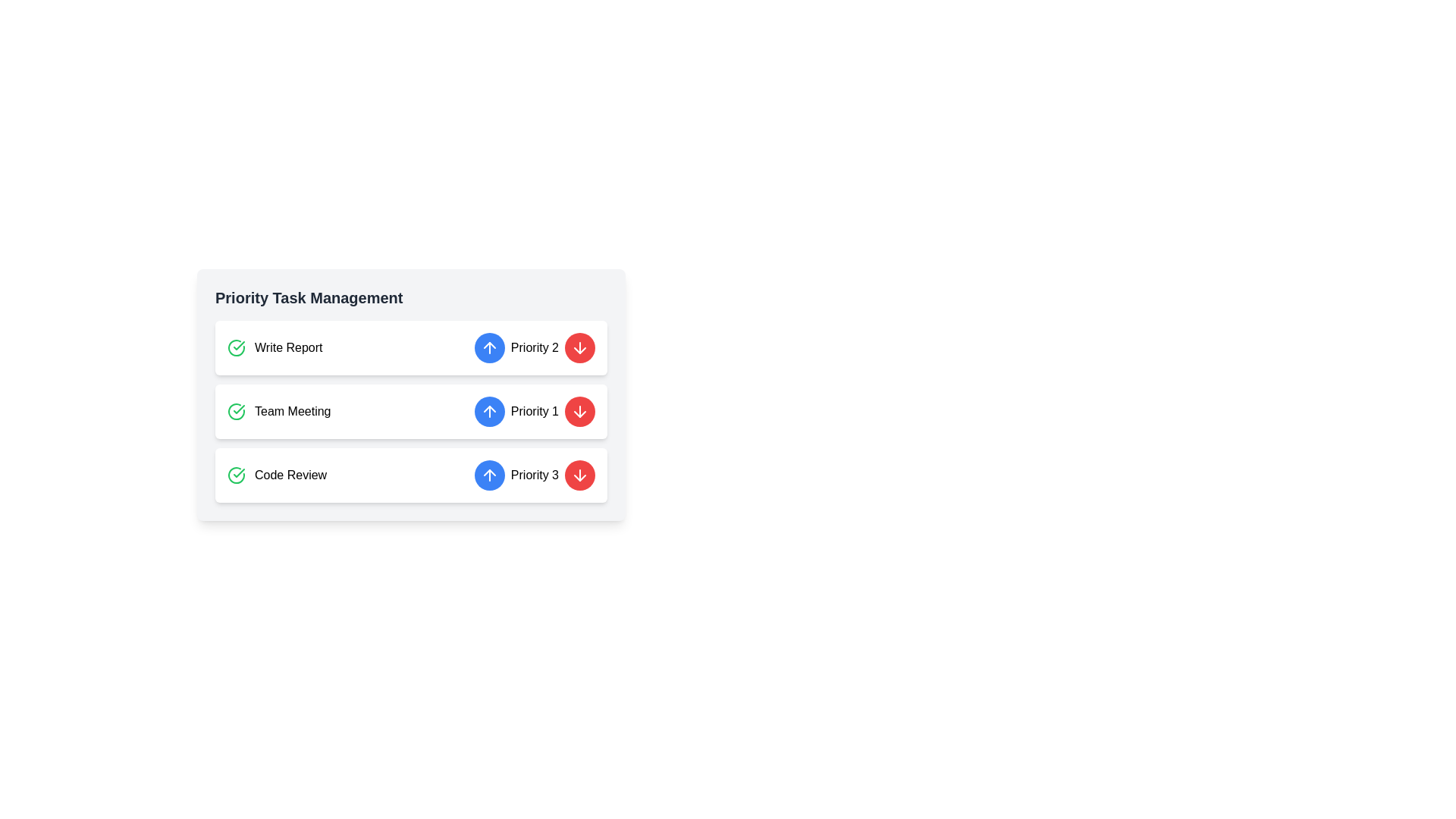 The height and width of the screenshot is (819, 1456). What do you see at coordinates (489, 412) in the screenshot?
I see `the circular button to the left of 'Priority 1' and to the right of 'Team Meeting' to increase the task priority` at bounding box center [489, 412].